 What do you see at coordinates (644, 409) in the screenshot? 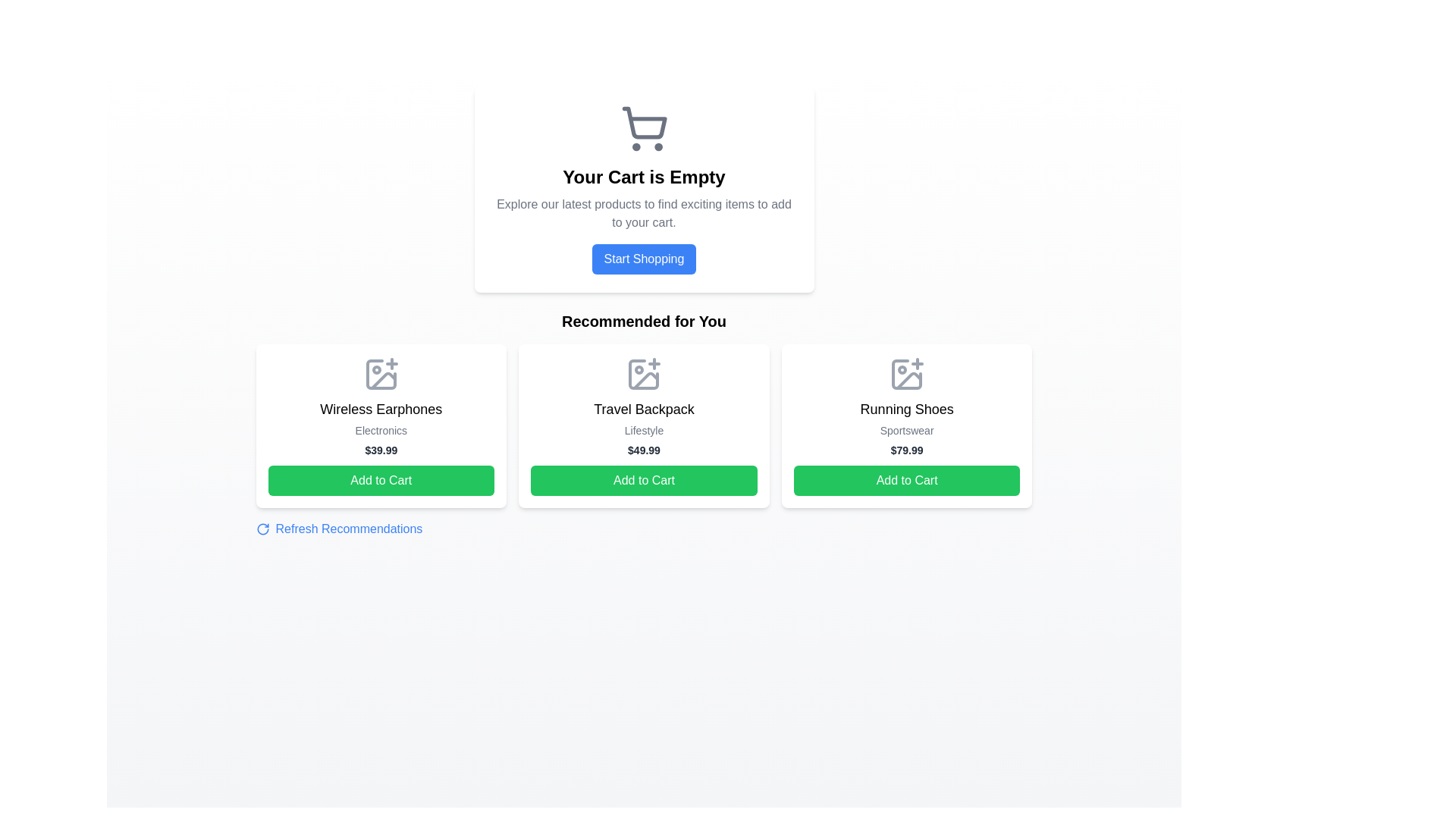
I see `the 'Travel Backpack' text label` at bounding box center [644, 409].